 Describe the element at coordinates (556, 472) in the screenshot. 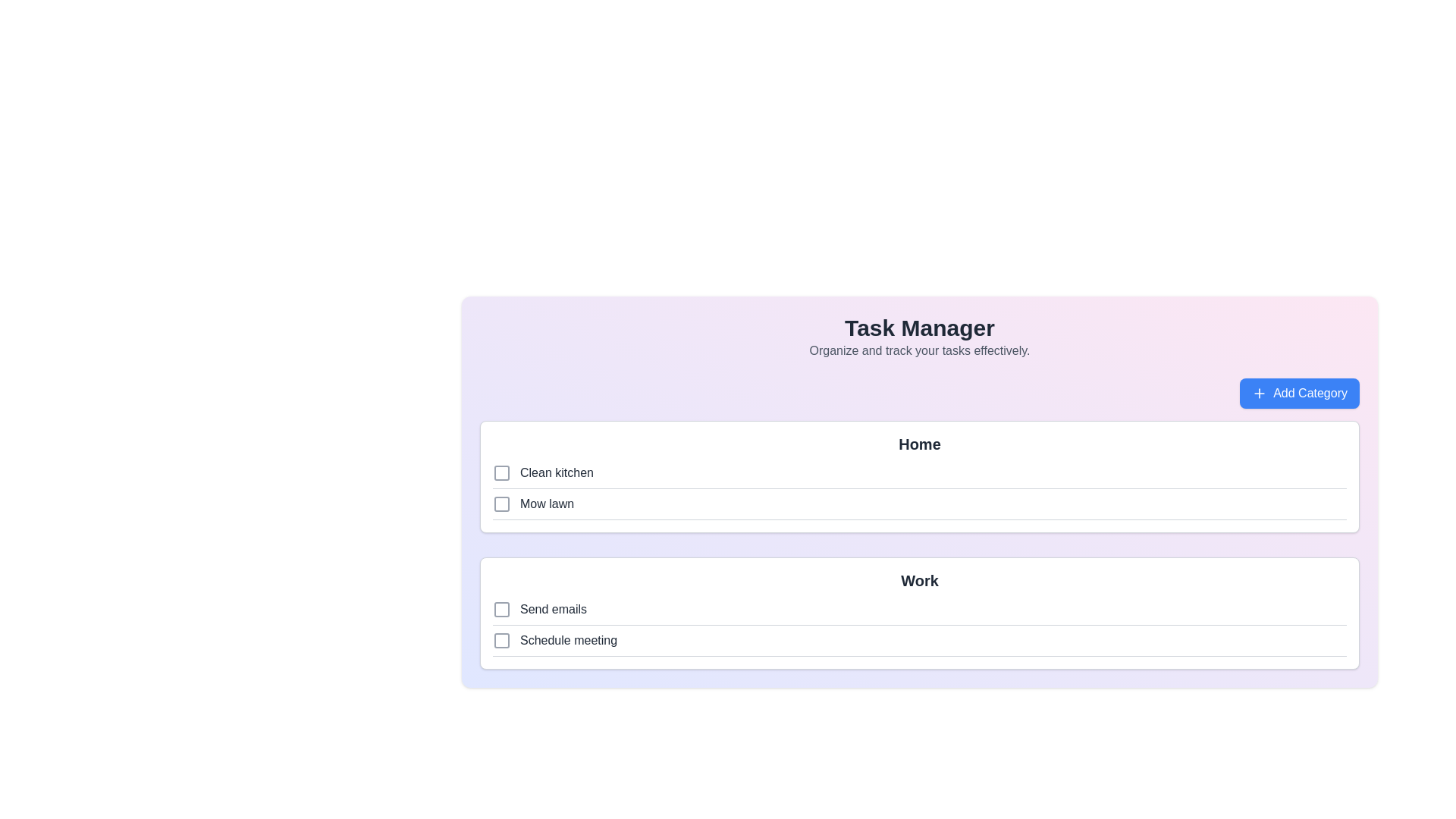

I see `the 'Clean kitchen' label in the first row of the 'Home' section to focus on it` at that location.